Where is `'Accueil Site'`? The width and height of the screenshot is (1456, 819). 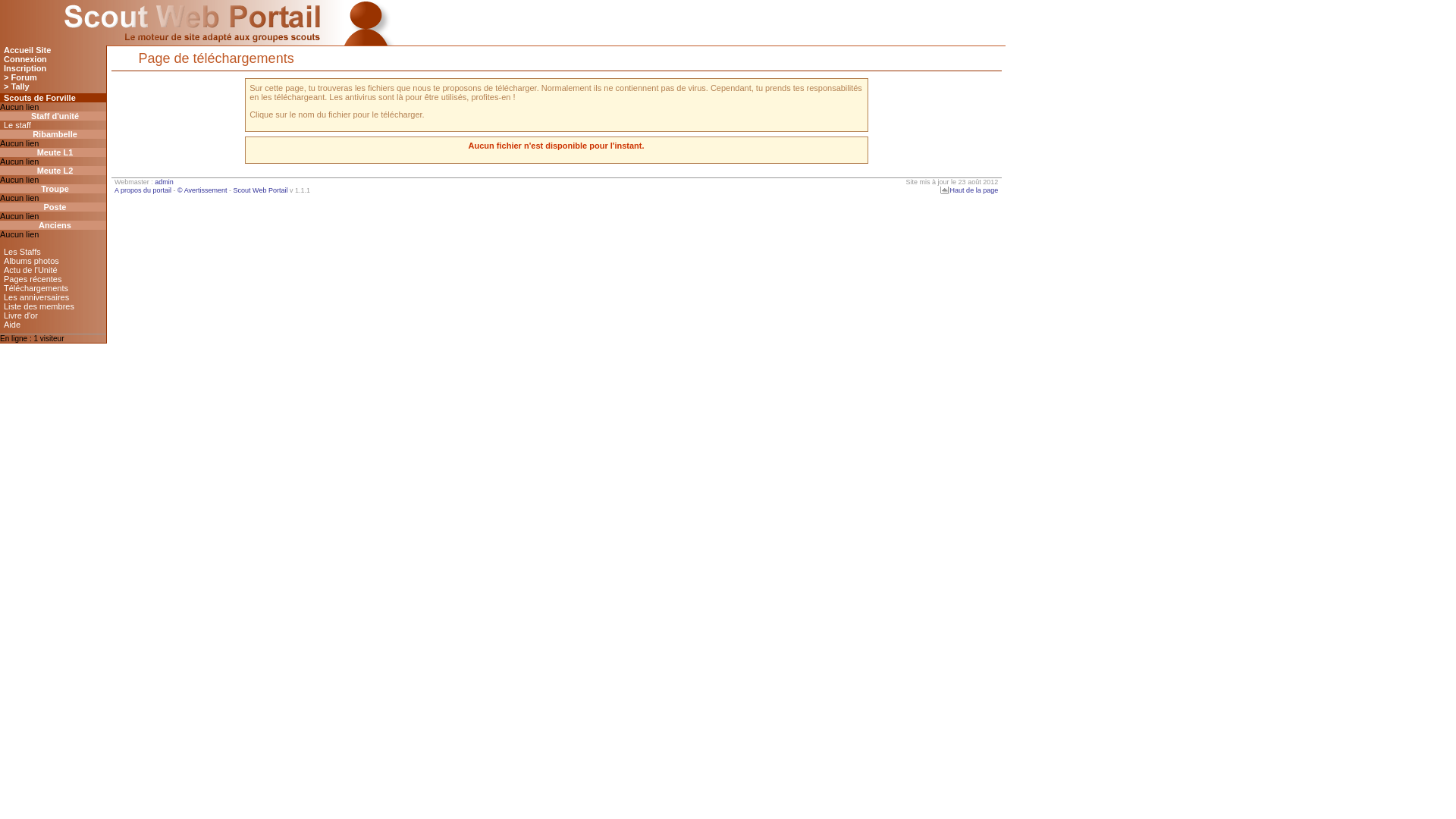 'Accueil Site' is located at coordinates (53, 49).